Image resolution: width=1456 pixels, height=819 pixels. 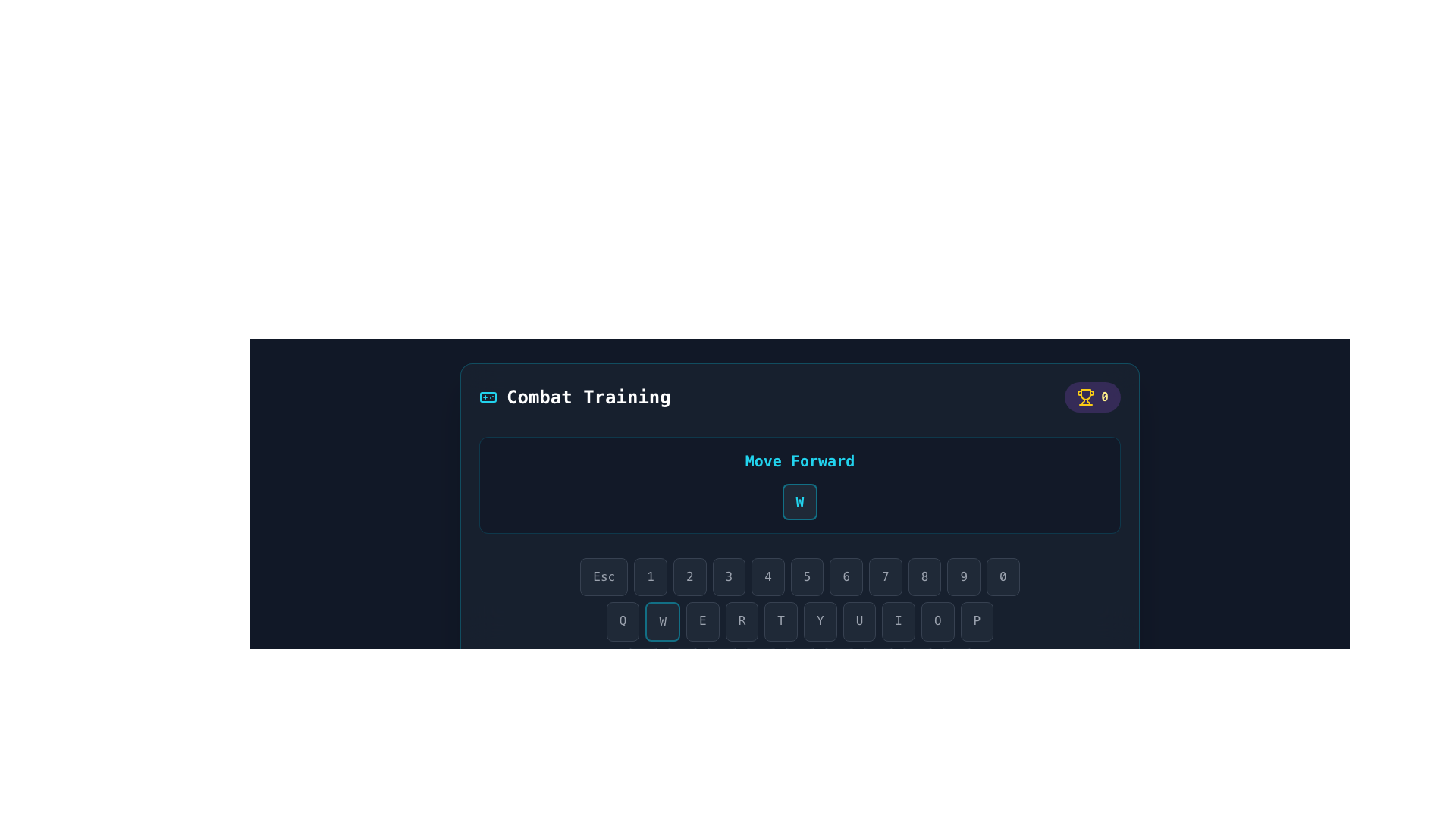 What do you see at coordinates (799, 576) in the screenshot?
I see `the button labeled '5' which has a dark gray background and is part of a horizontal row of buttons on a keyboard-like interface` at bounding box center [799, 576].